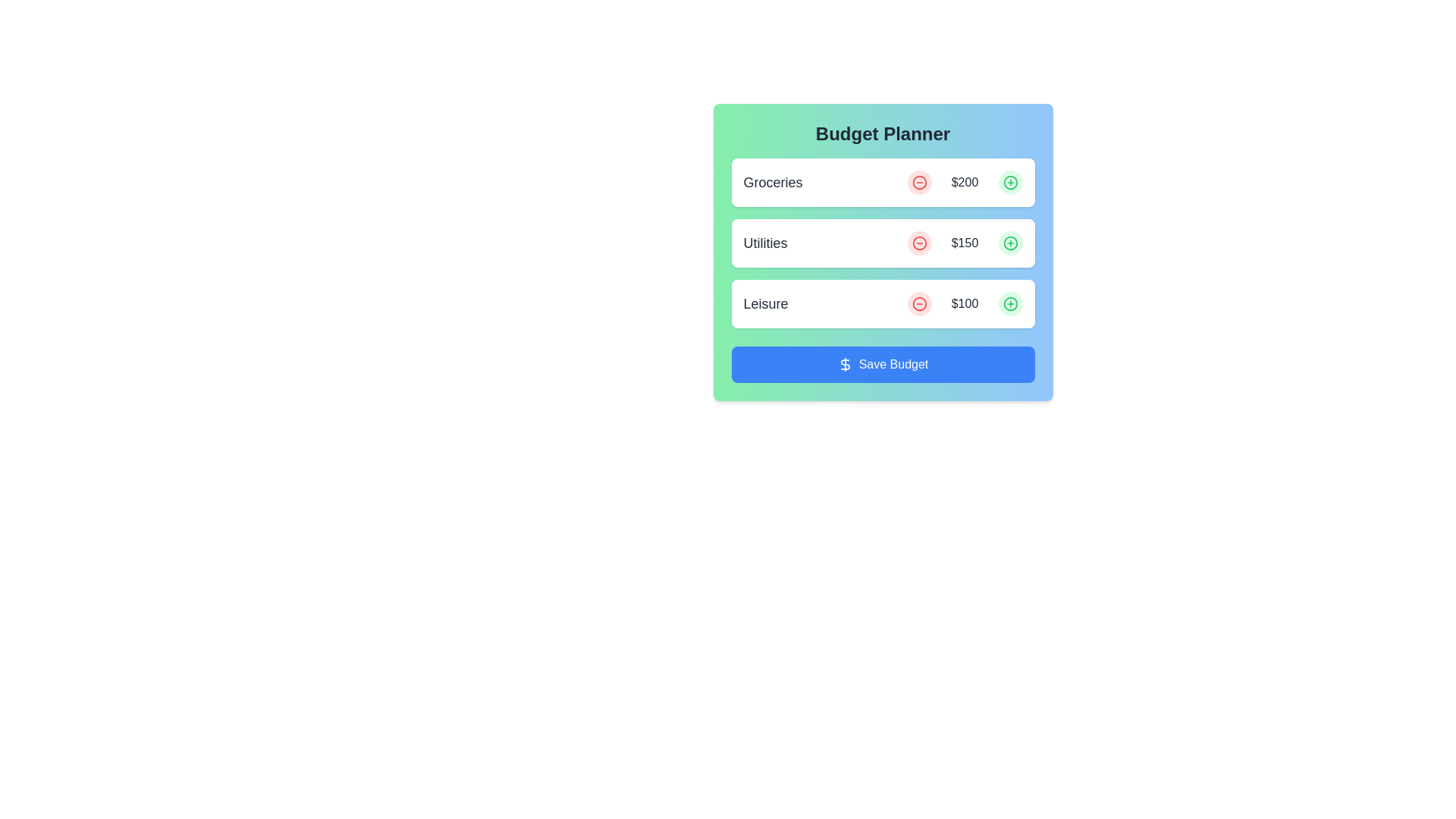 This screenshot has width=1456, height=819. What do you see at coordinates (964, 242) in the screenshot?
I see `the text label displaying the current value or cost associated with the 'Utilities' category in the budget planner, which is centered between a red button on the left and a green button on the right` at bounding box center [964, 242].